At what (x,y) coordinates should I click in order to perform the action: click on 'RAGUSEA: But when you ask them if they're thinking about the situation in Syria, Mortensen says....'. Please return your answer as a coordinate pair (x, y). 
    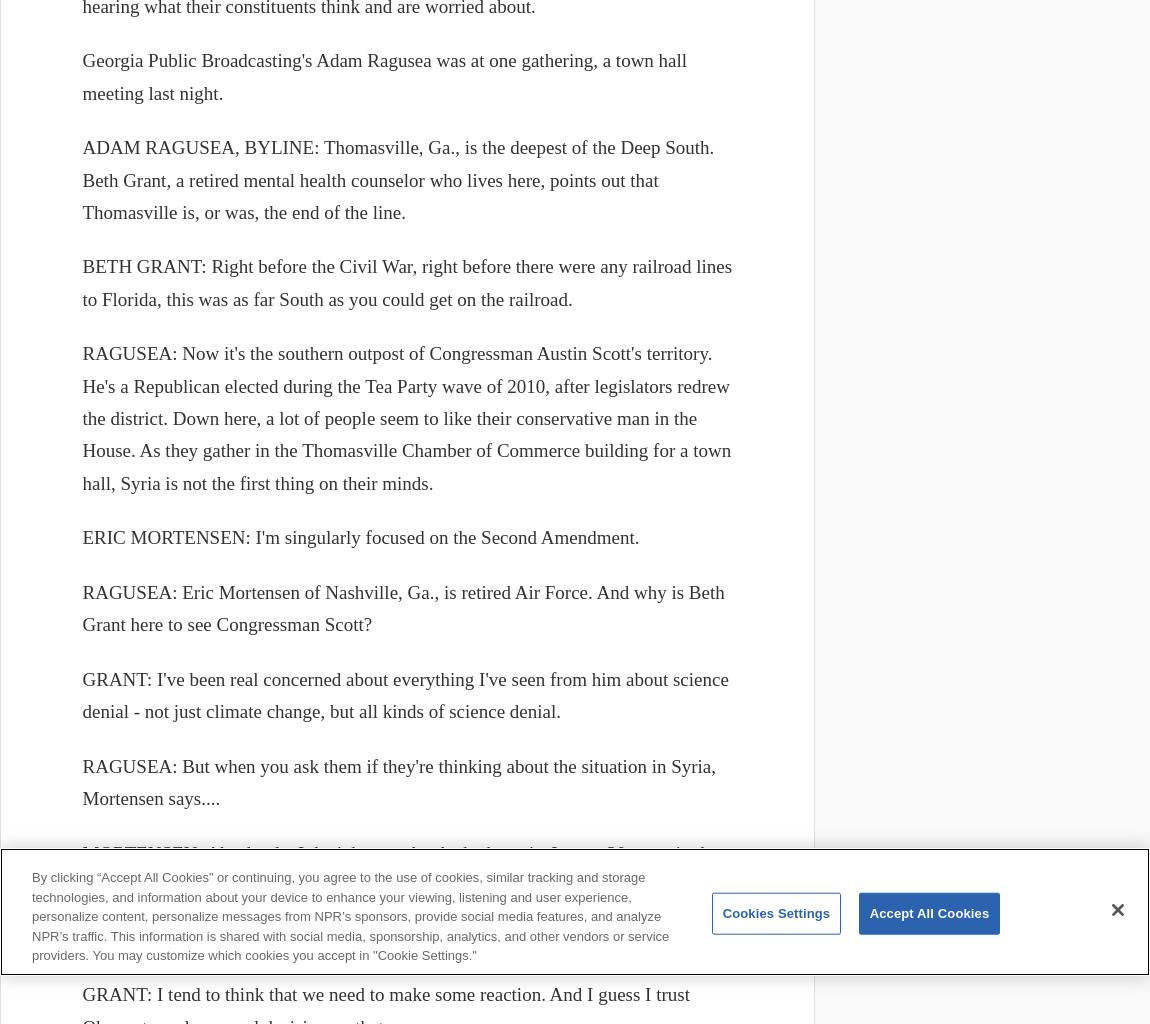
    Looking at the image, I should click on (399, 782).